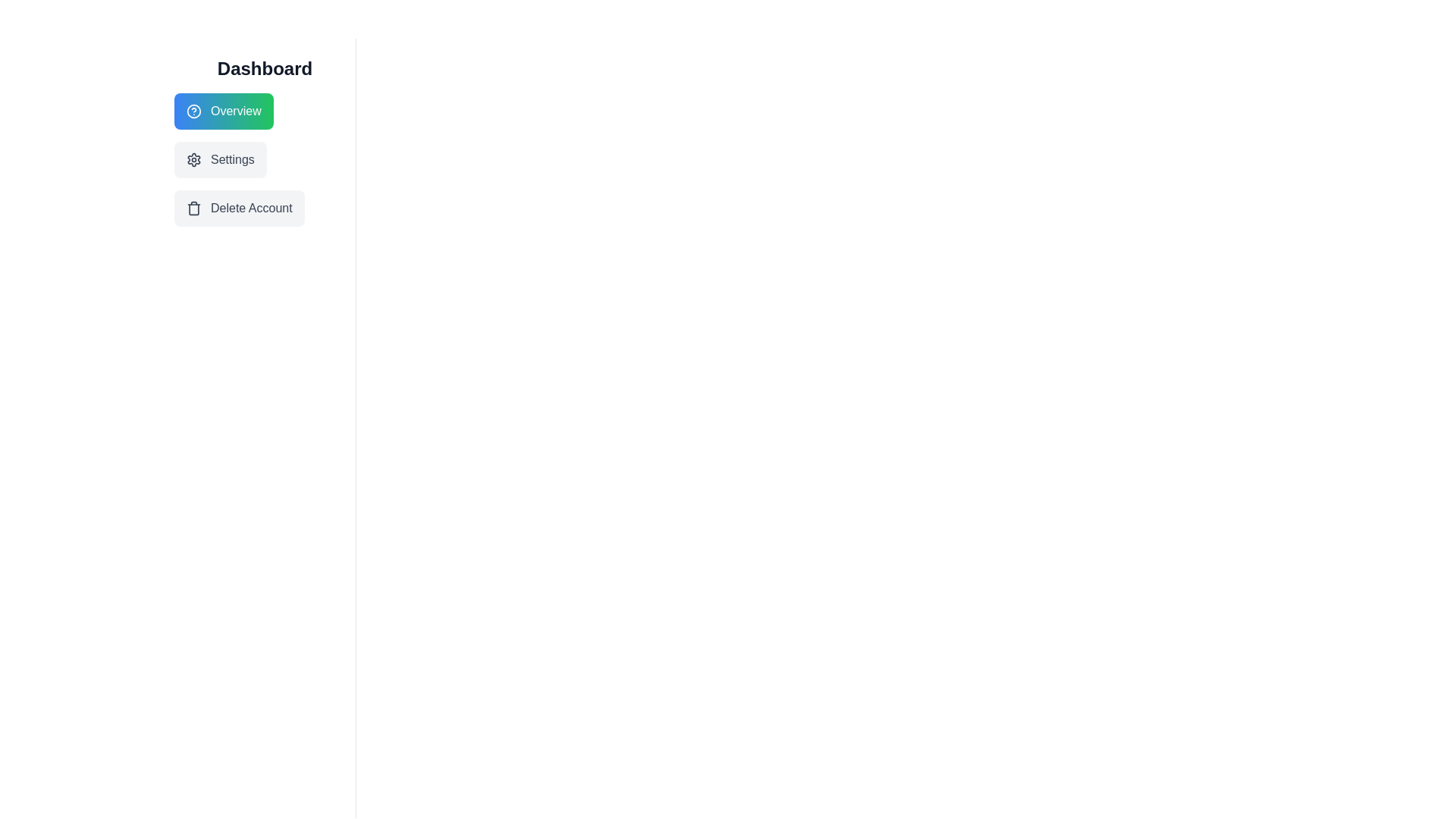 This screenshot has height=819, width=1456. I want to click on the SVG Circle element that visually represents a part of the icon near the 'Overview' button located in the top-left section of the interface, so click(193, 110).